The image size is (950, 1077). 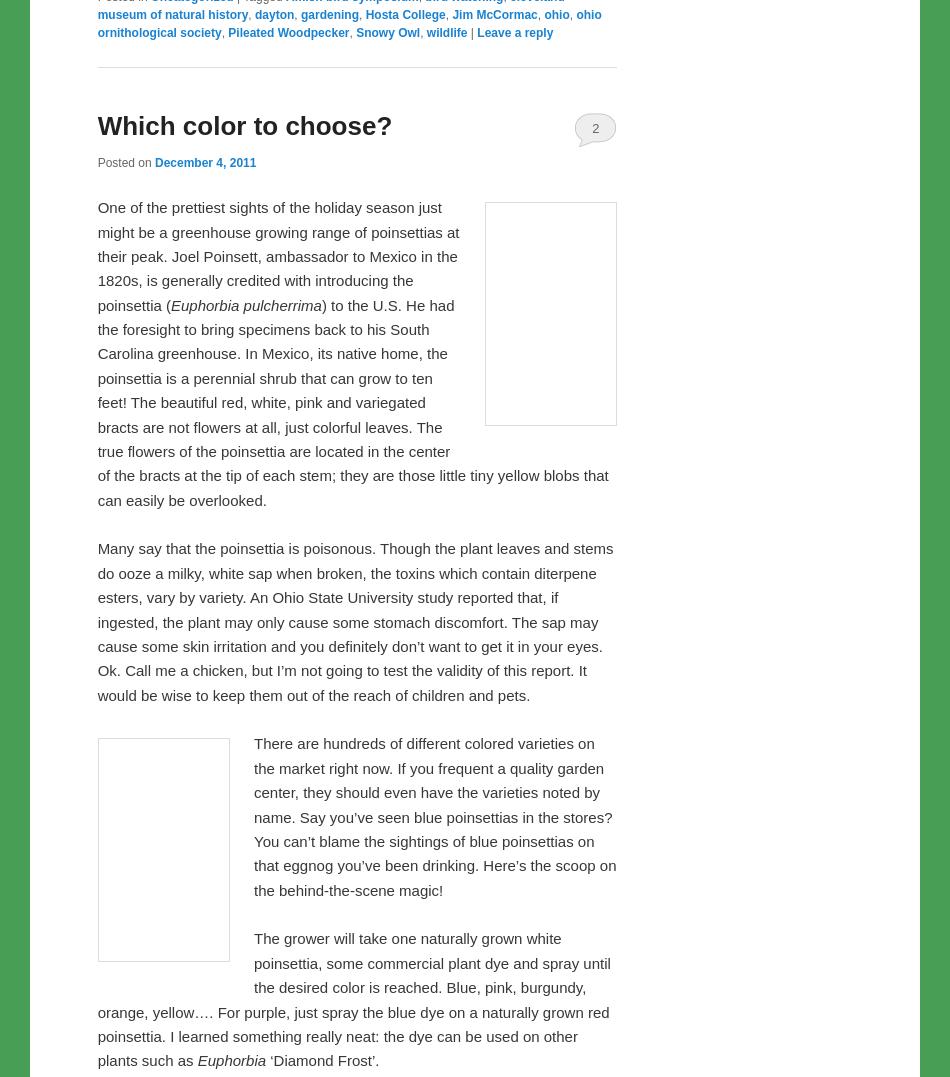 I want to click on 'Hosta College – Friday/Saturday, March 16 & 17', so click(x=96, y=86).